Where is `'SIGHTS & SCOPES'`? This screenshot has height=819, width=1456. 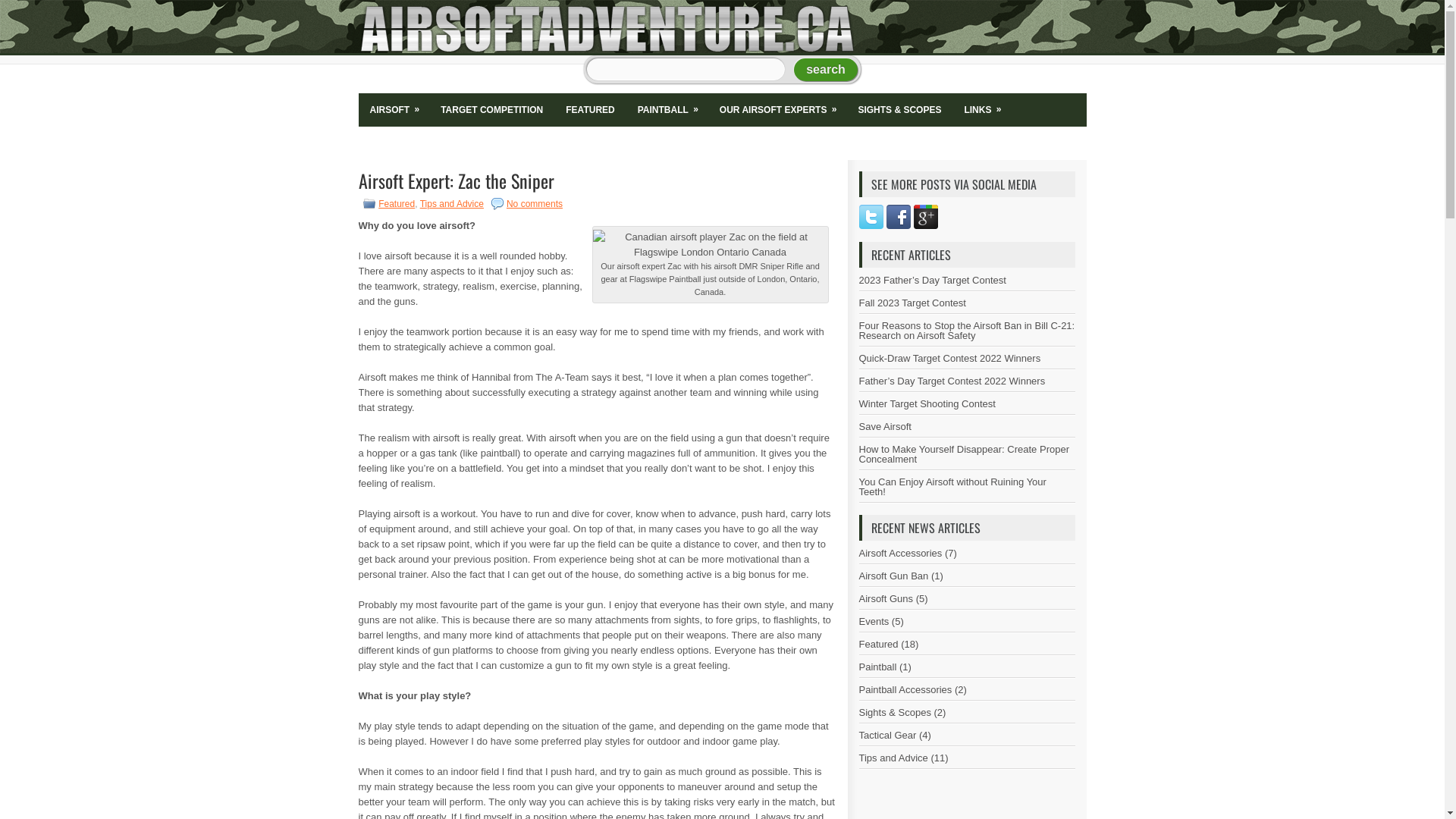 'SIGHTS & SCOPES' is located at coordinates (899, 109).